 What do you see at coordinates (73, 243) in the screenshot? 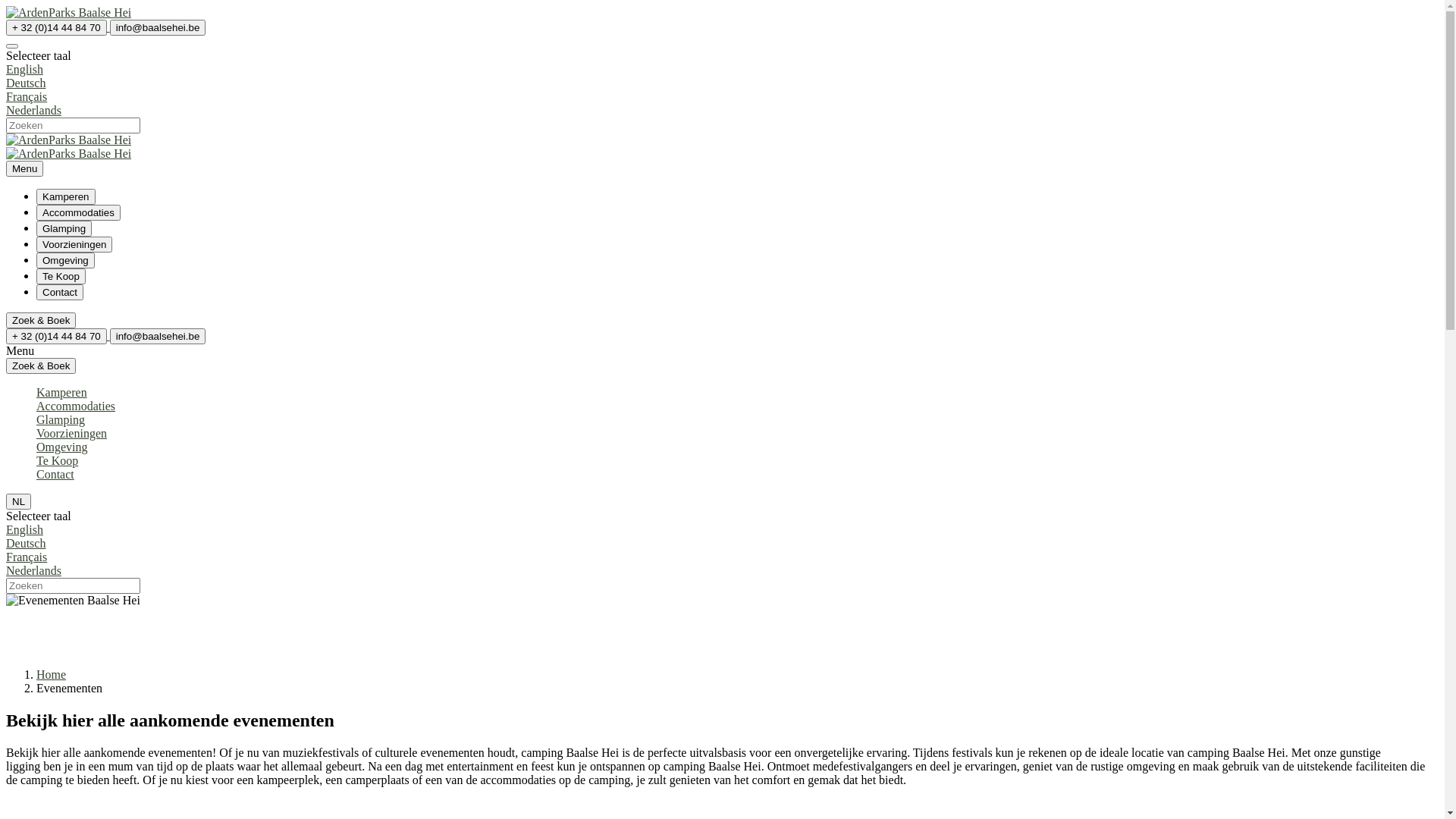
I see `'Voorzieningen'` at bounding box center [73, 243].